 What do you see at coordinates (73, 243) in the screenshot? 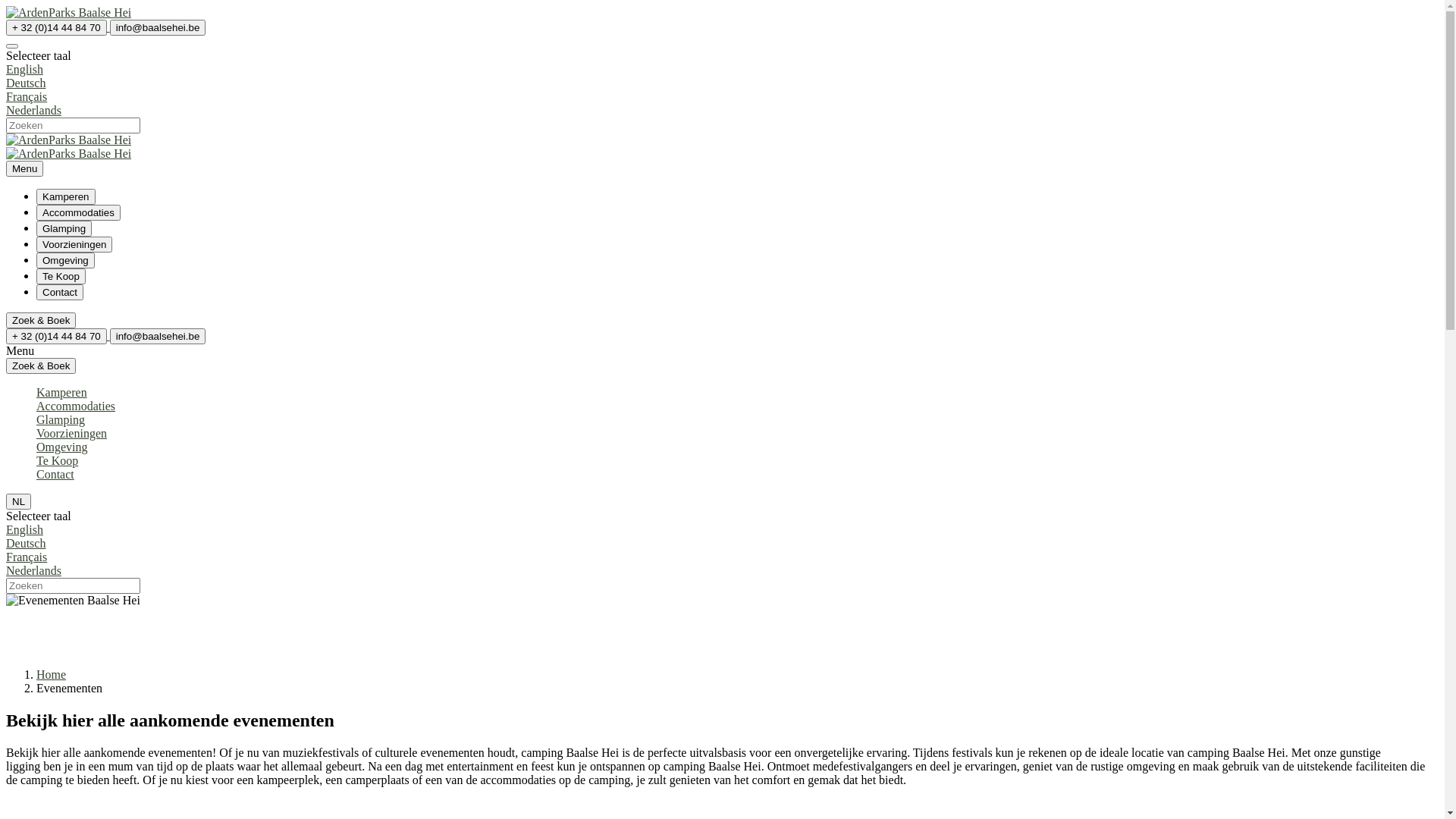
I see `'Voorzieningen'` at bounding box center [73, 243].